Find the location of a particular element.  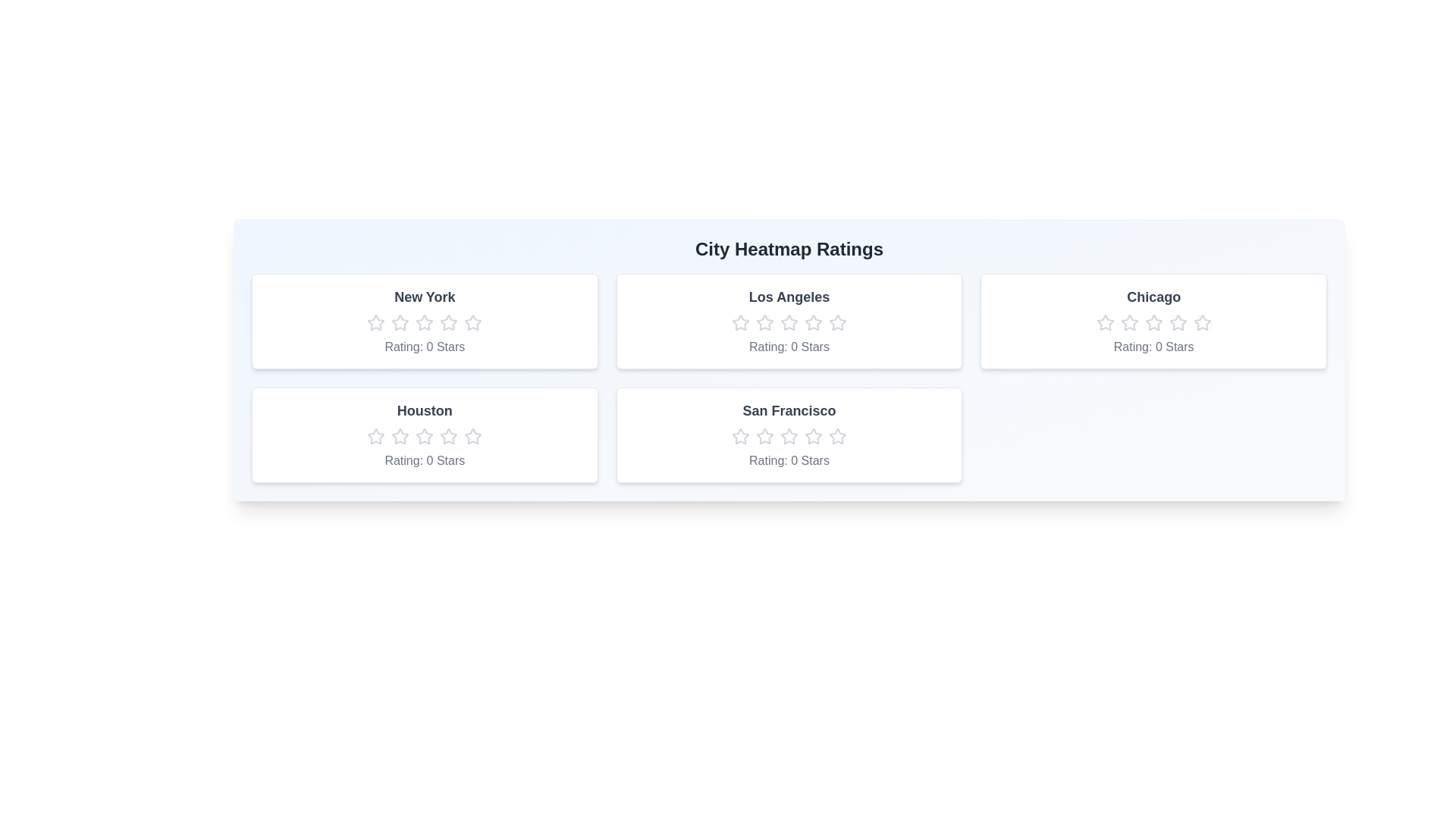

the New York rating star number 3 is located at coordinates (425, 322).